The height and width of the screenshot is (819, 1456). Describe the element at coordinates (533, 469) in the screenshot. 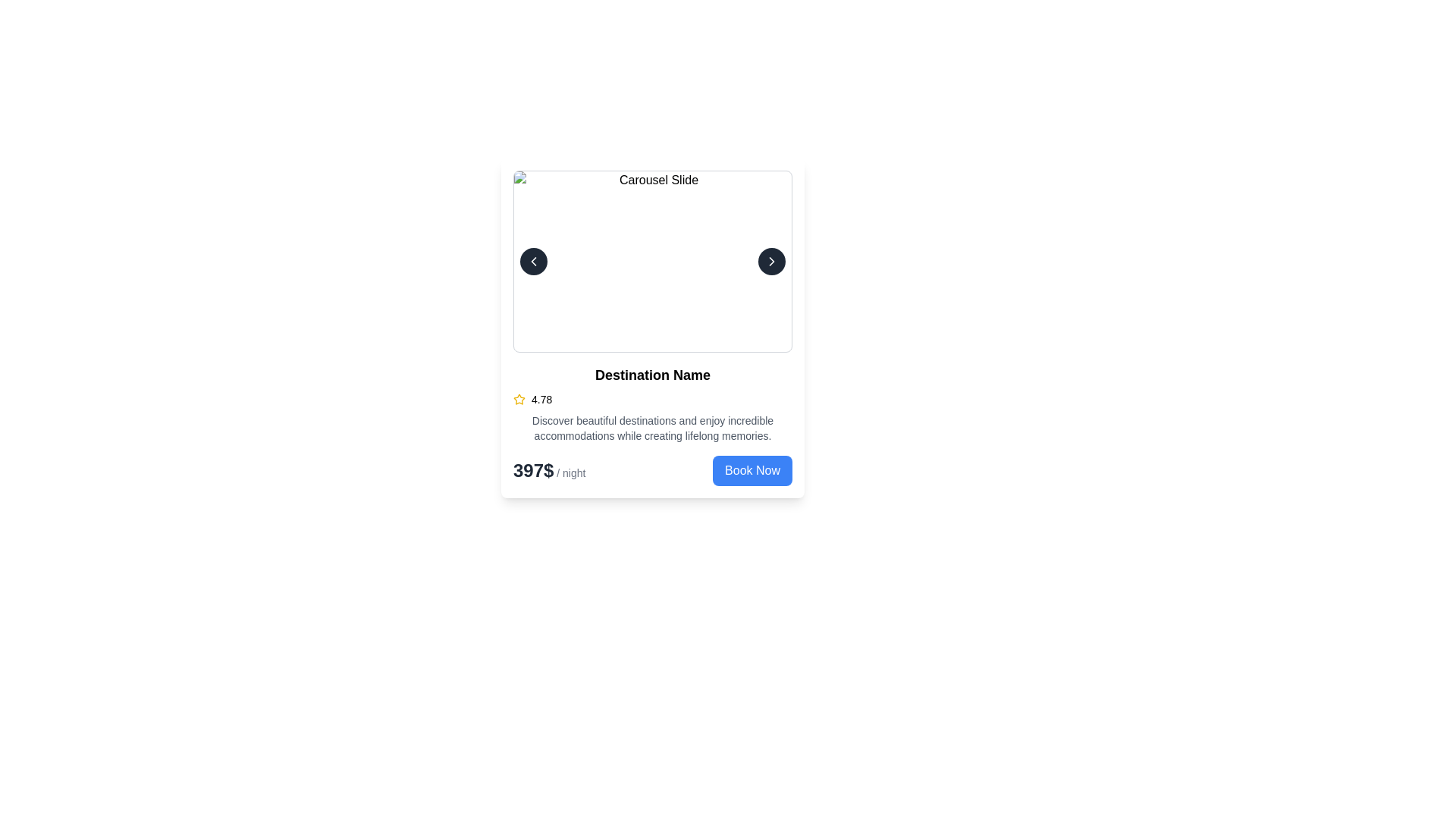

I see `the price text element displaying '397$ / night' located at the bottom-left corner of the card interface` at that location.